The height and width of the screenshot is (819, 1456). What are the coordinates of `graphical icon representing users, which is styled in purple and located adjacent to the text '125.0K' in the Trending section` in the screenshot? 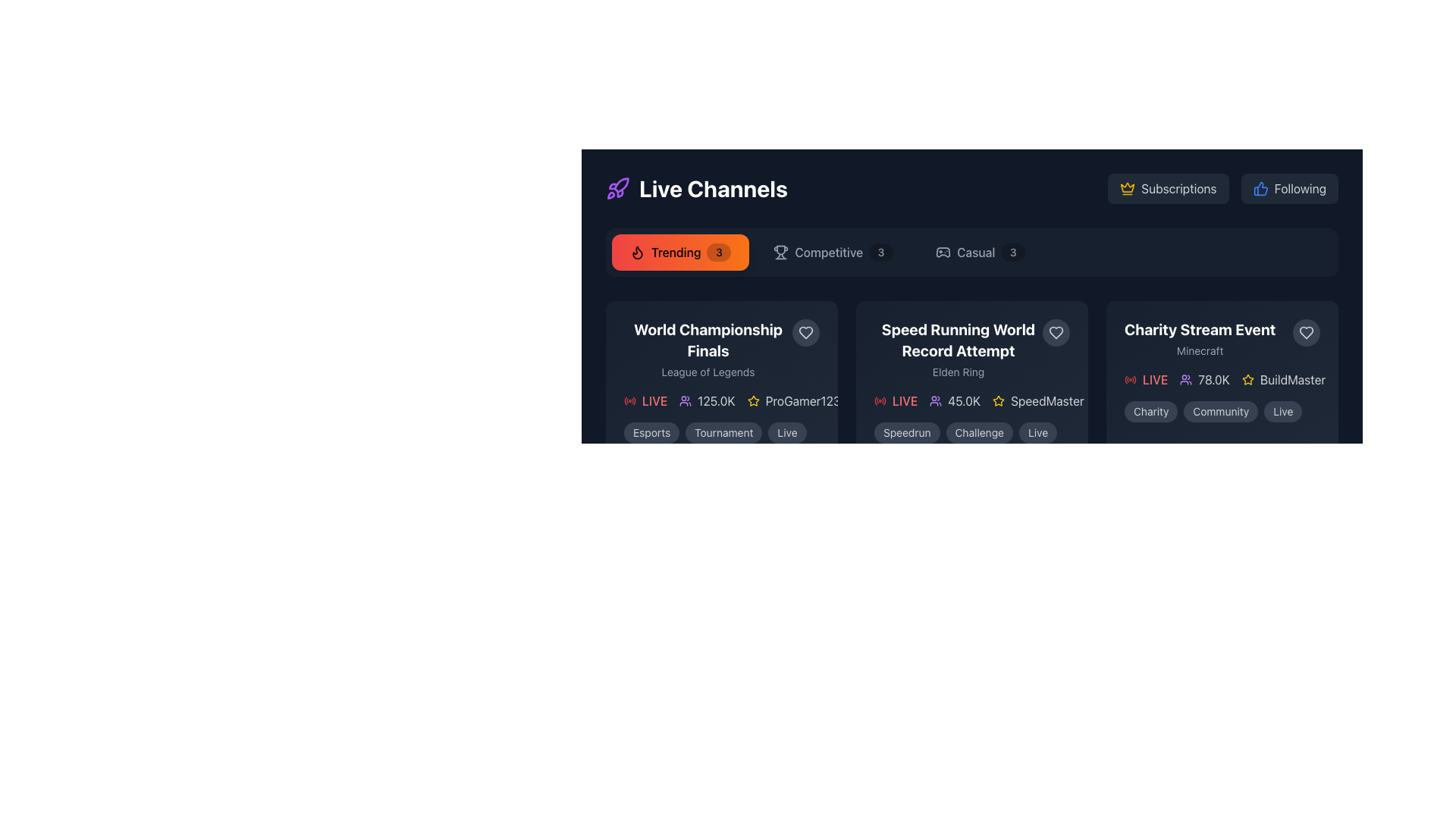 It's located at (685, 400).